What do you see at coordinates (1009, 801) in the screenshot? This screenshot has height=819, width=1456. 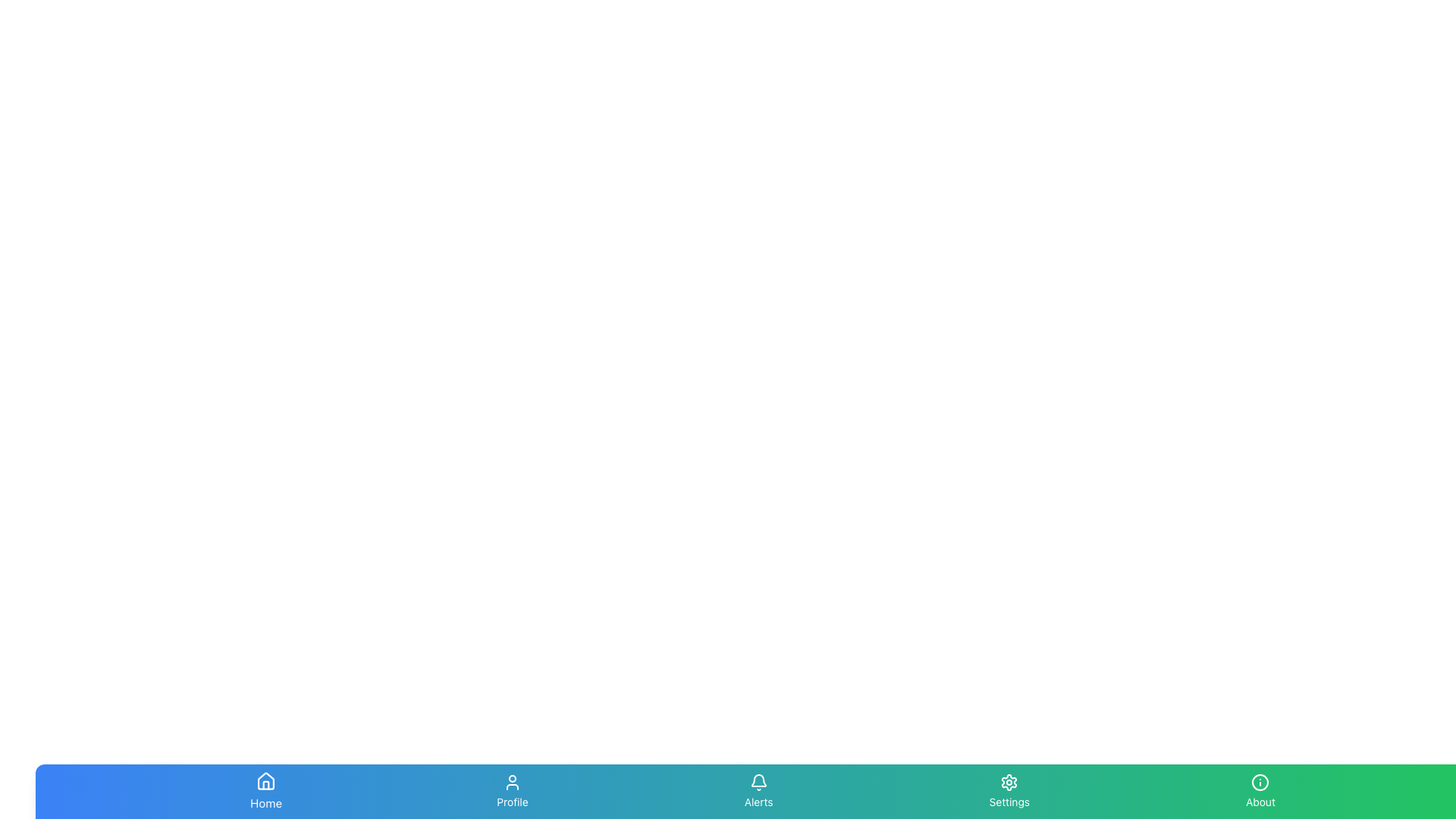 I see `the 'Settings' text label, which is styled in white against a green background and positioned in the bottom navigation bar, directly under the settings gear icon, to identify the associated navigation button` at bounding box center [1009, 801].